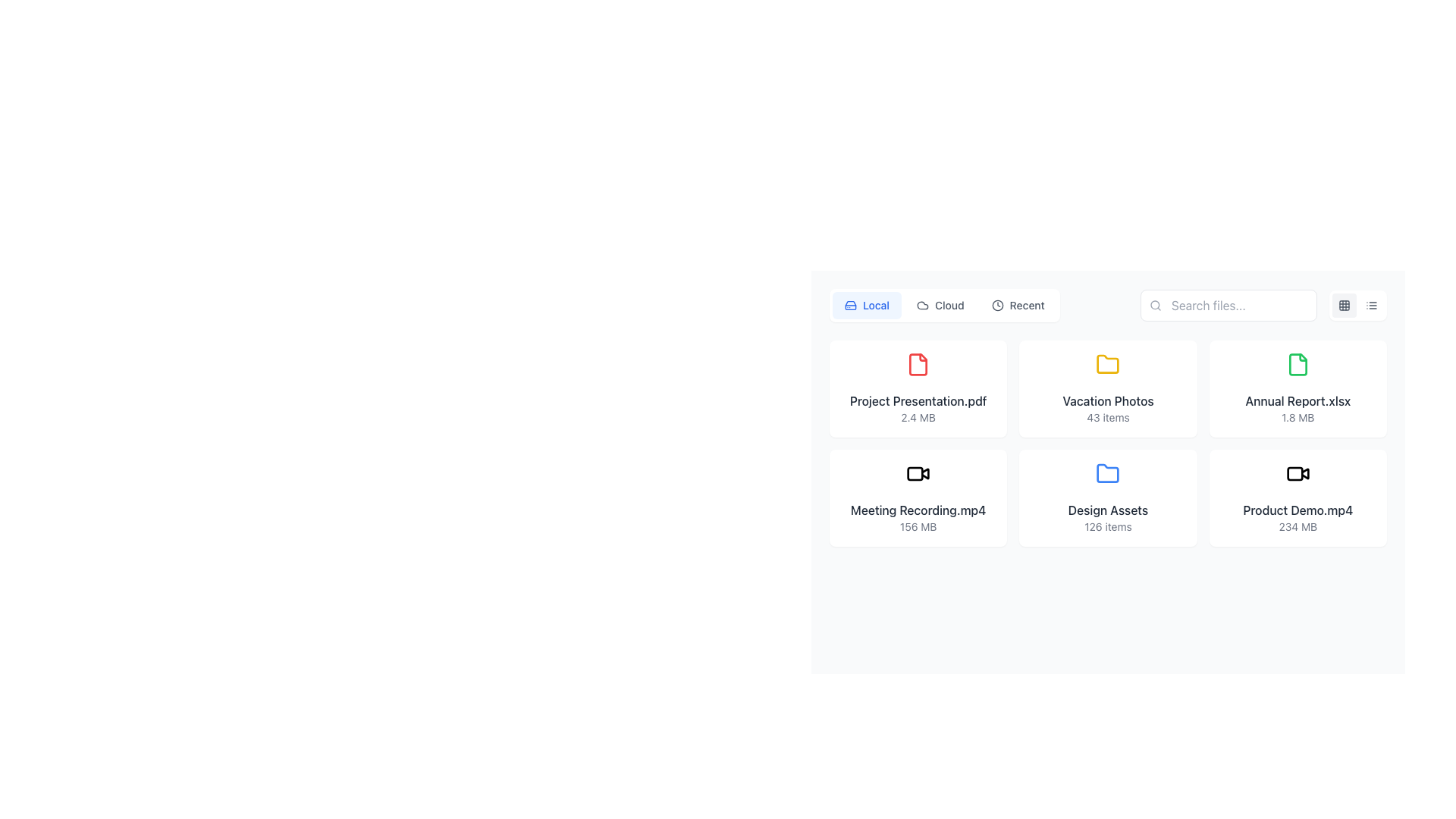  What do you see at coordinates (1297, 497) in the screenshot?
I see `the selectable file item located in the third column and third row of the grid layout to trigger tooltips or visual response` at bounding box center [1297, 497].